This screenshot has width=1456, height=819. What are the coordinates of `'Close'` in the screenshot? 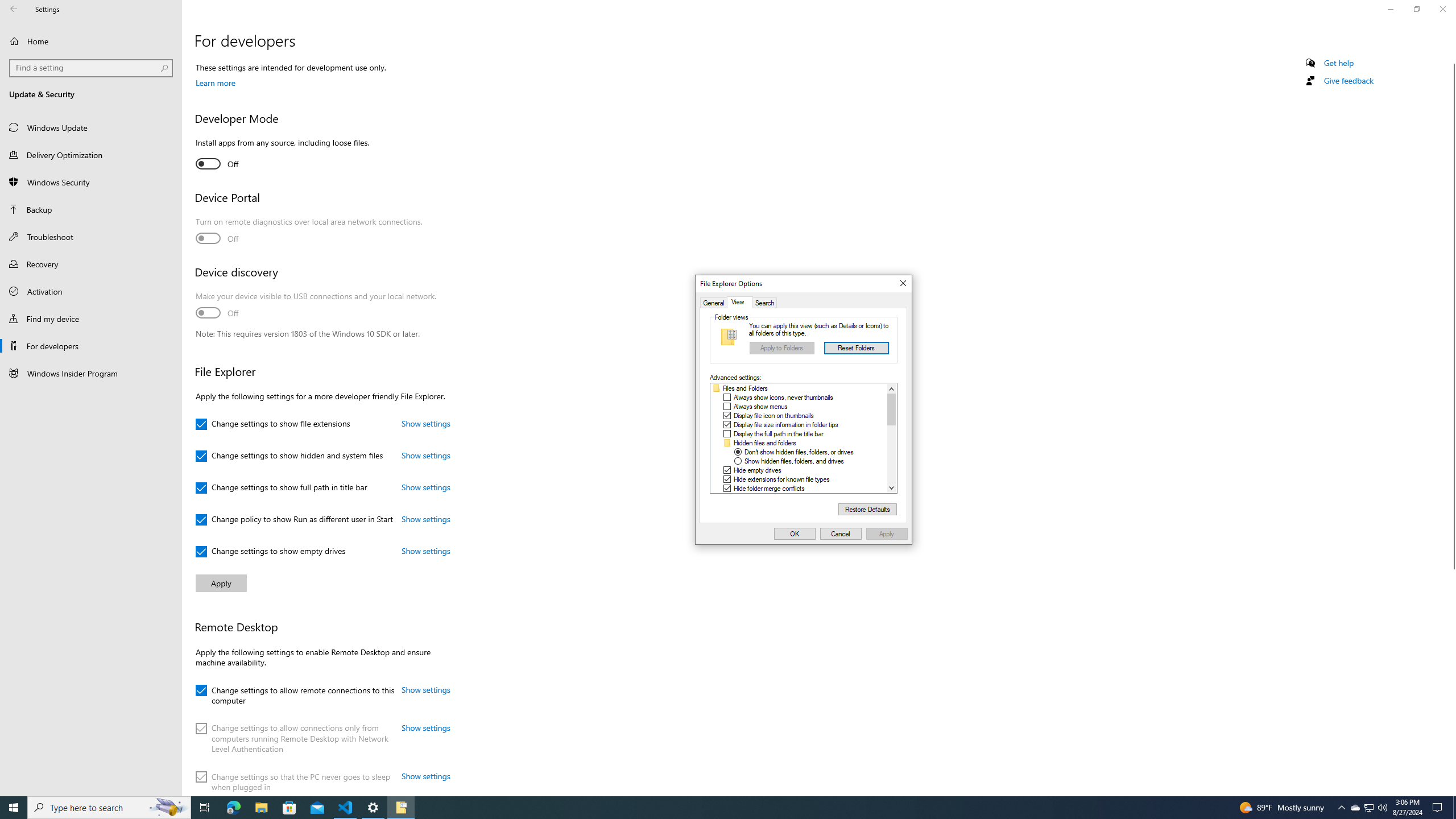 It's located at (902, 283).